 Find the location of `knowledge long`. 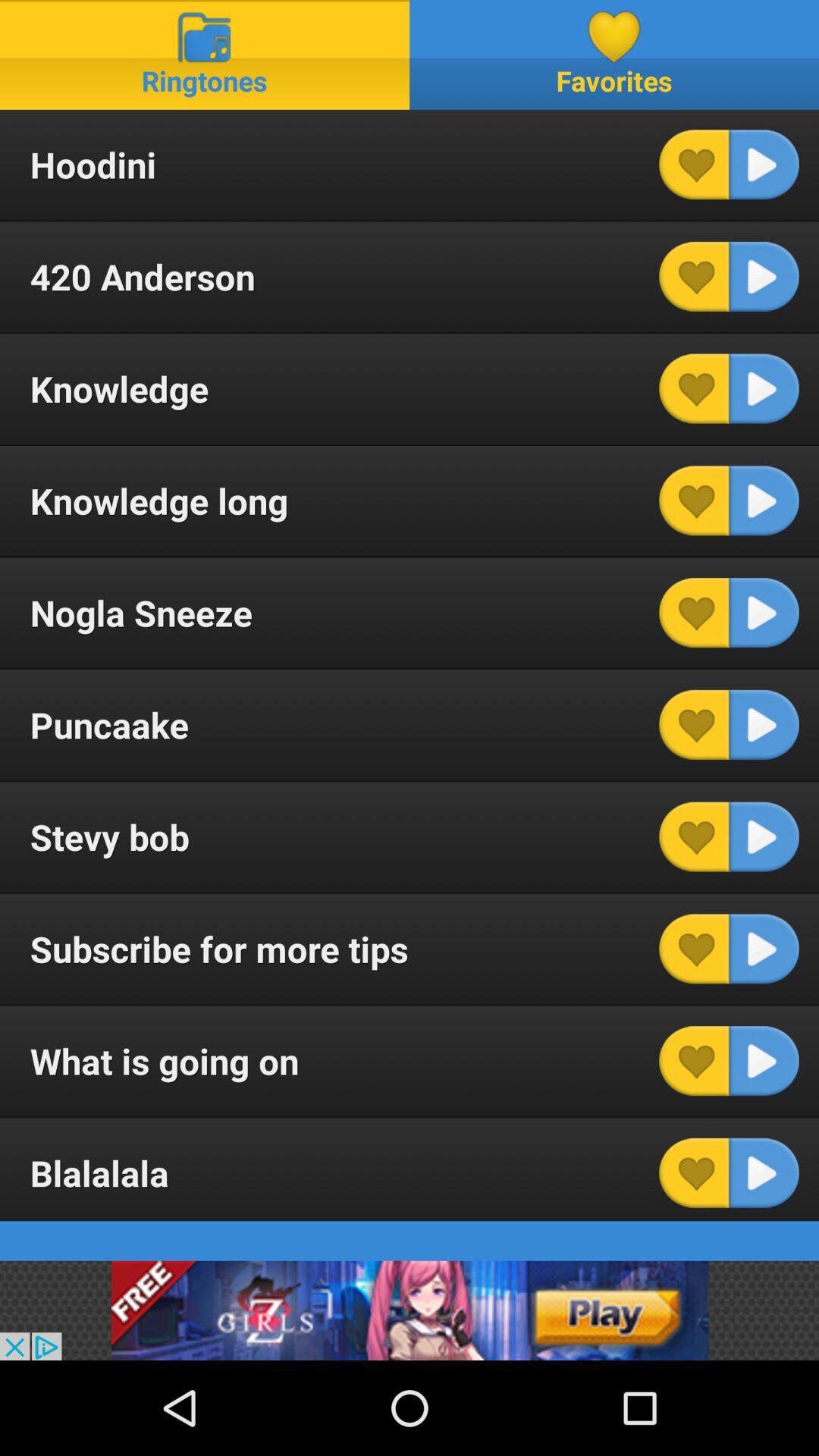

knowledge long is located at coordinates (694, 500).